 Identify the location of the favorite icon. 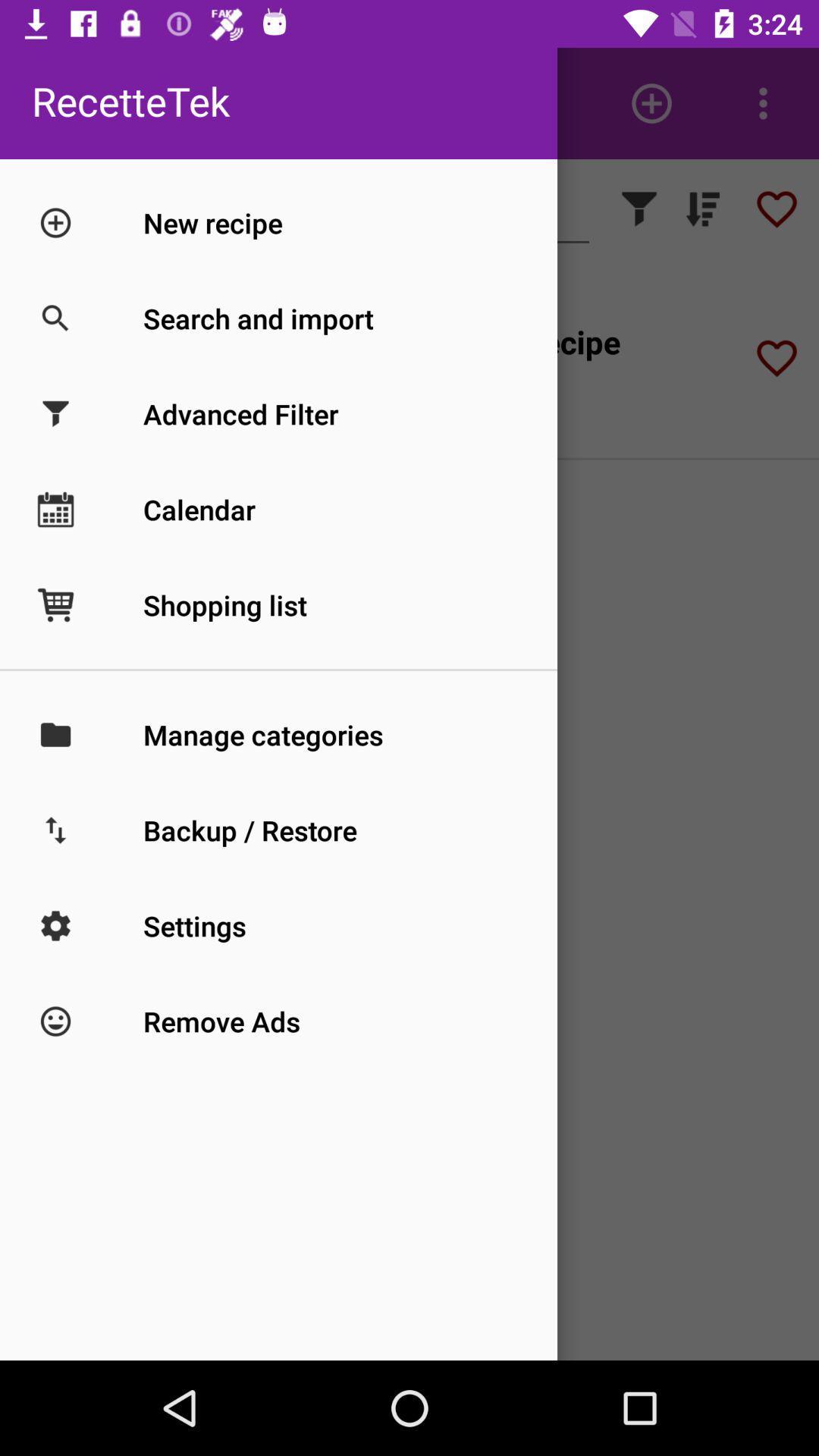
(777, 208).